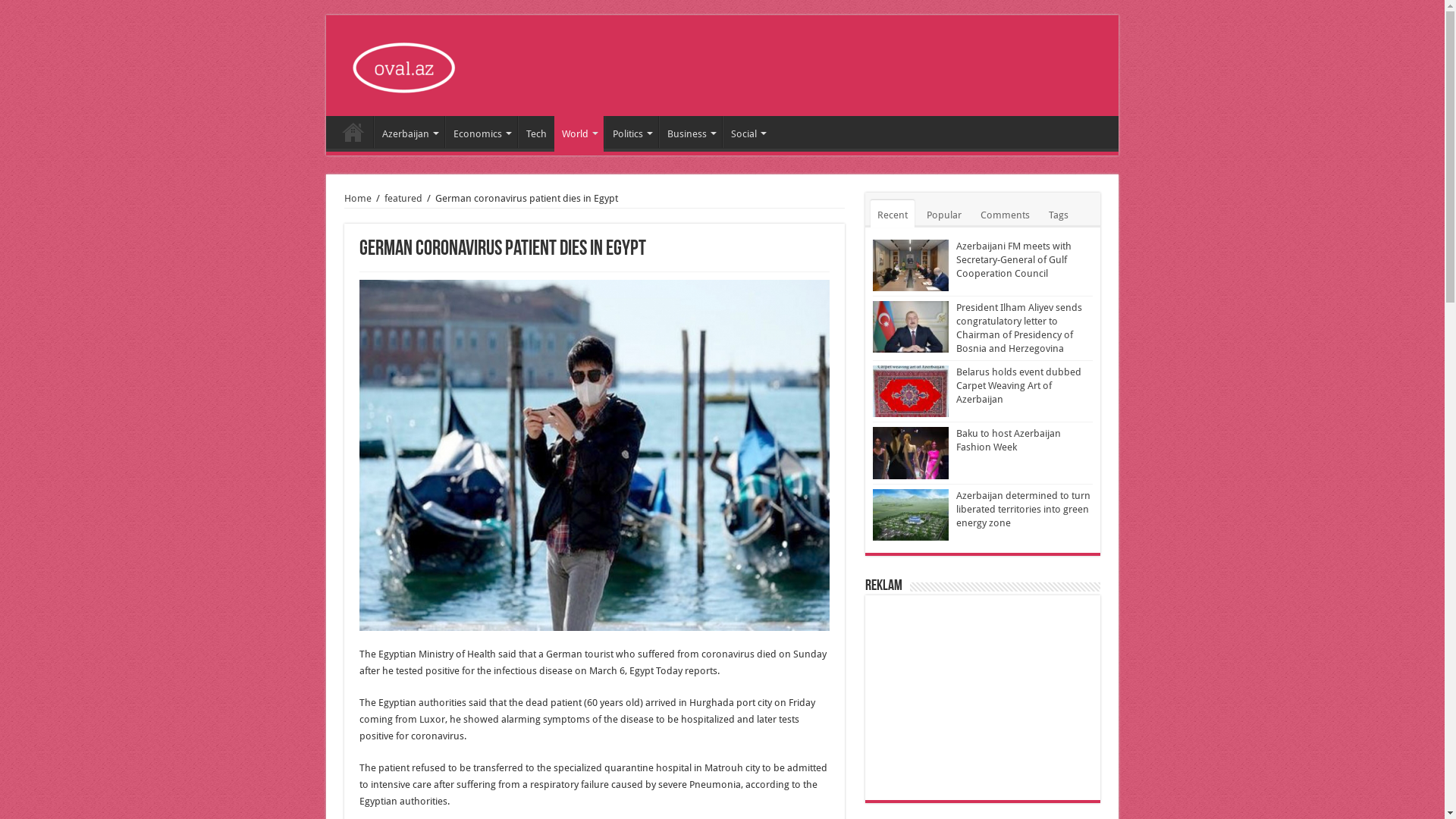 This screenshot has height=819, width=1456. What do you see at coordinates (578, 130) in the screenshot?
I see `'World'` at bounding box center [578, 130].